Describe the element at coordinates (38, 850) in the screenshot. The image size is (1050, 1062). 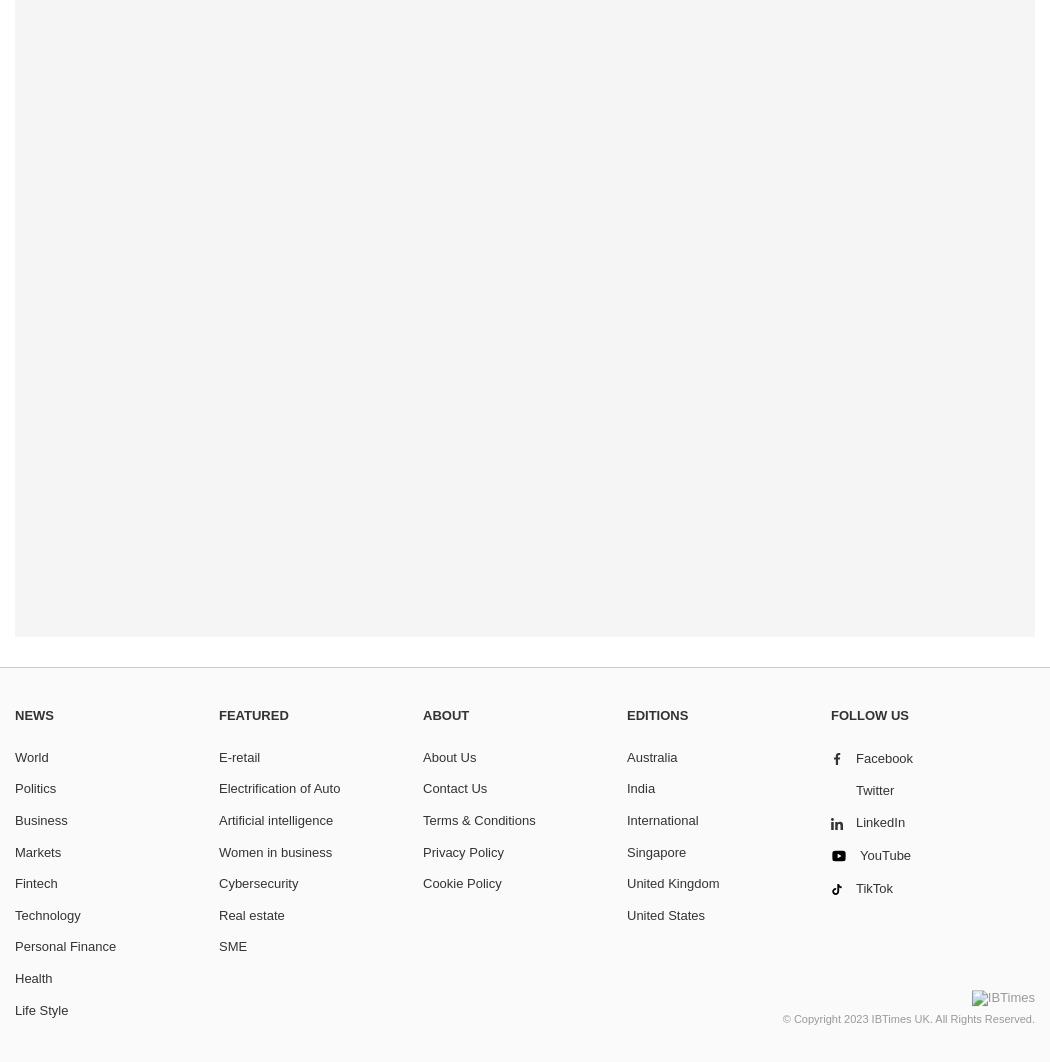
I see `'Markets'` at that location.